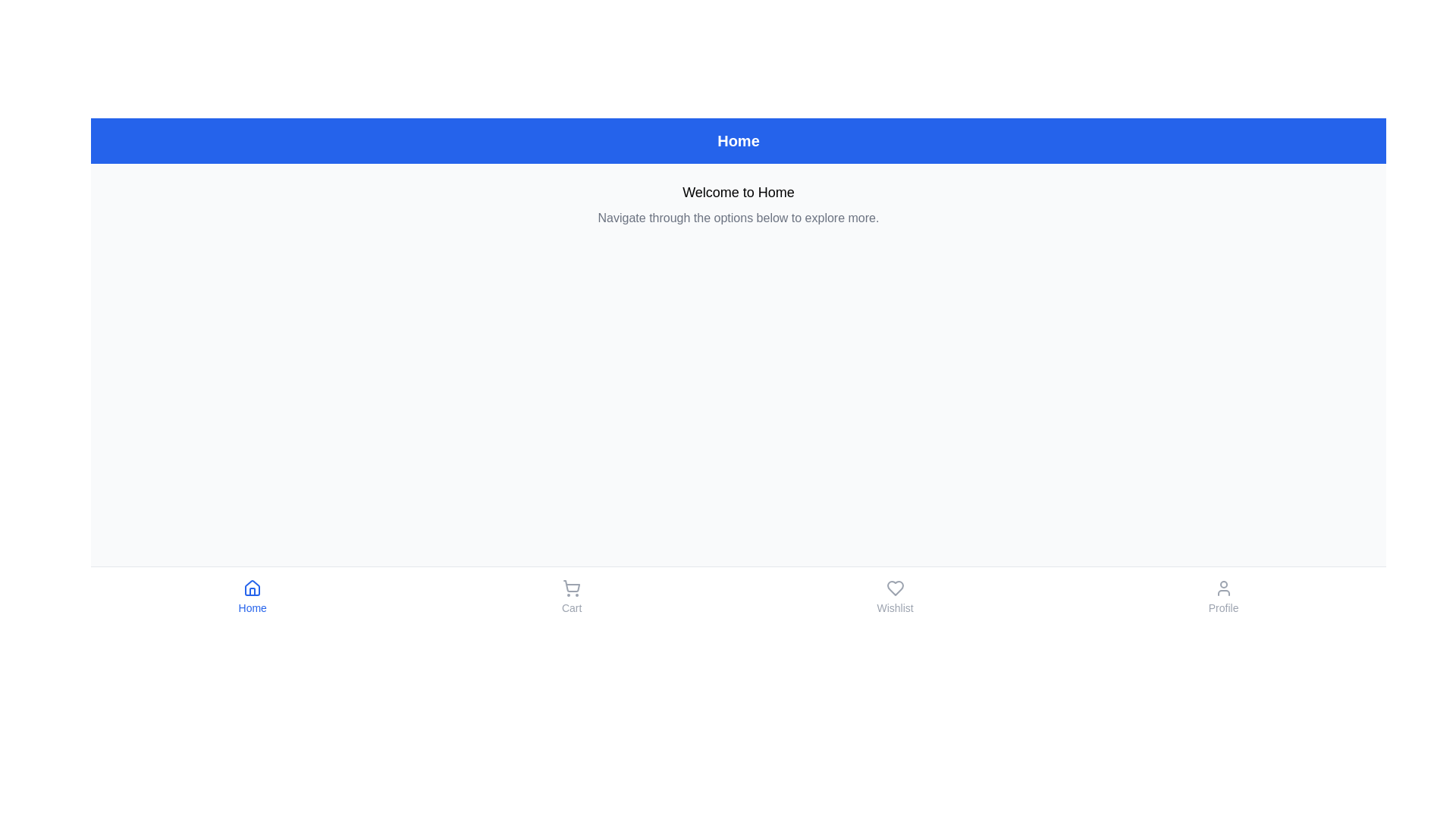  What do you see at coordinates (1223, 596) in the screenshot?
I see `the circular user profile icon button labeled 'Profile' located at the far right of the navigation bar` at bounding box center [1223, 596].